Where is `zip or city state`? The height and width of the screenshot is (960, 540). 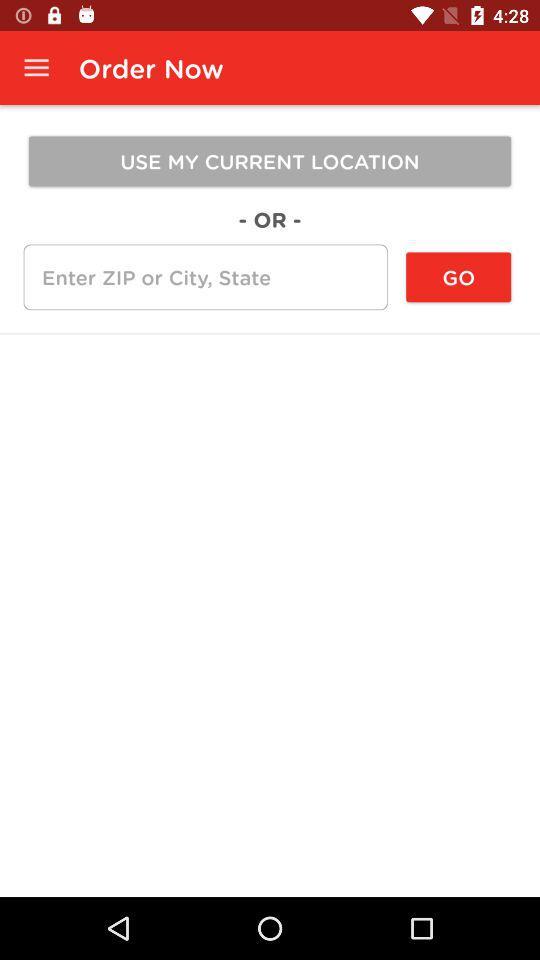
zip or city state is located at coordinates (204, 276).